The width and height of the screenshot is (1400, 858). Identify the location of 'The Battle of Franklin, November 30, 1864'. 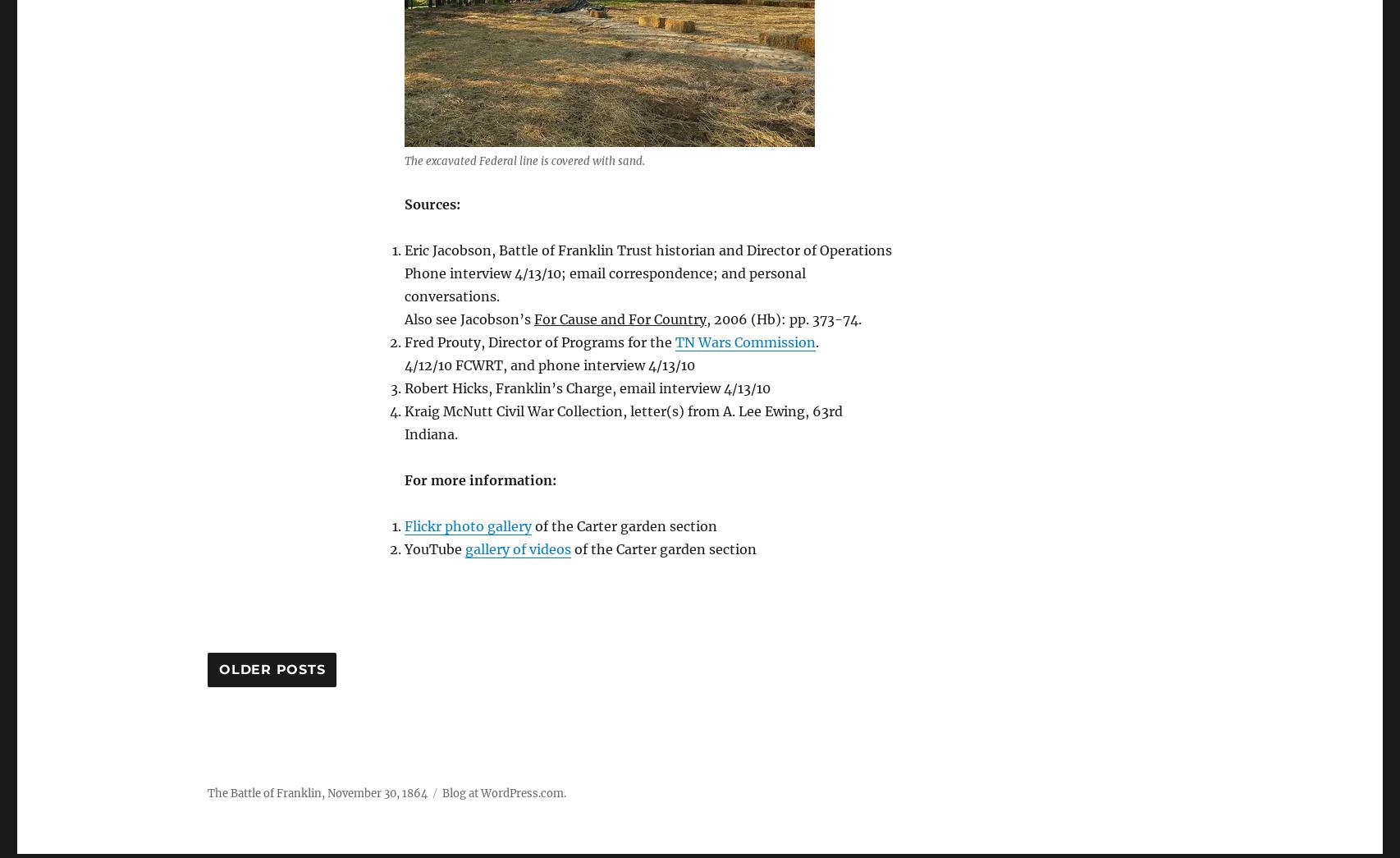
(317, 791).